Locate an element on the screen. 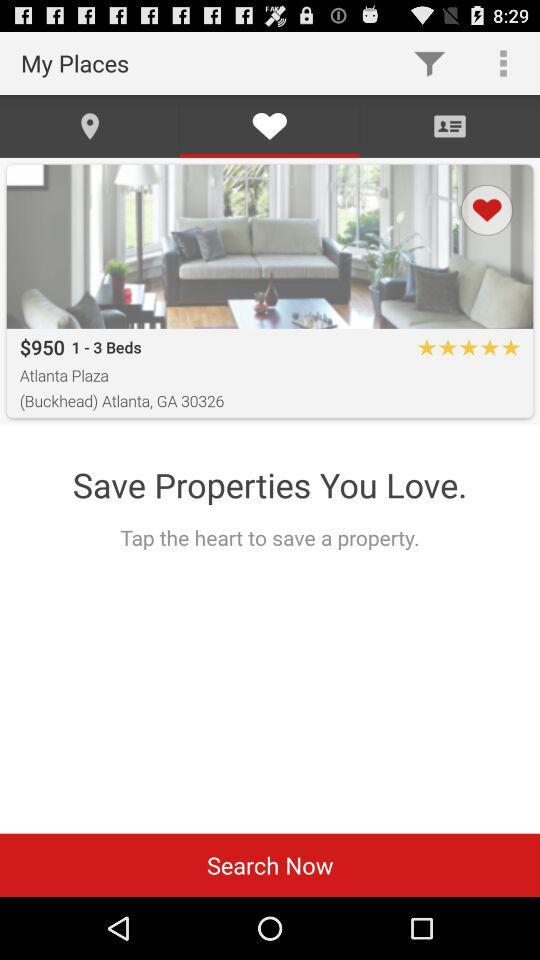 This screenshot has width=540, height=960. the app below tap the heart icon is located at coordinates (270, 864).